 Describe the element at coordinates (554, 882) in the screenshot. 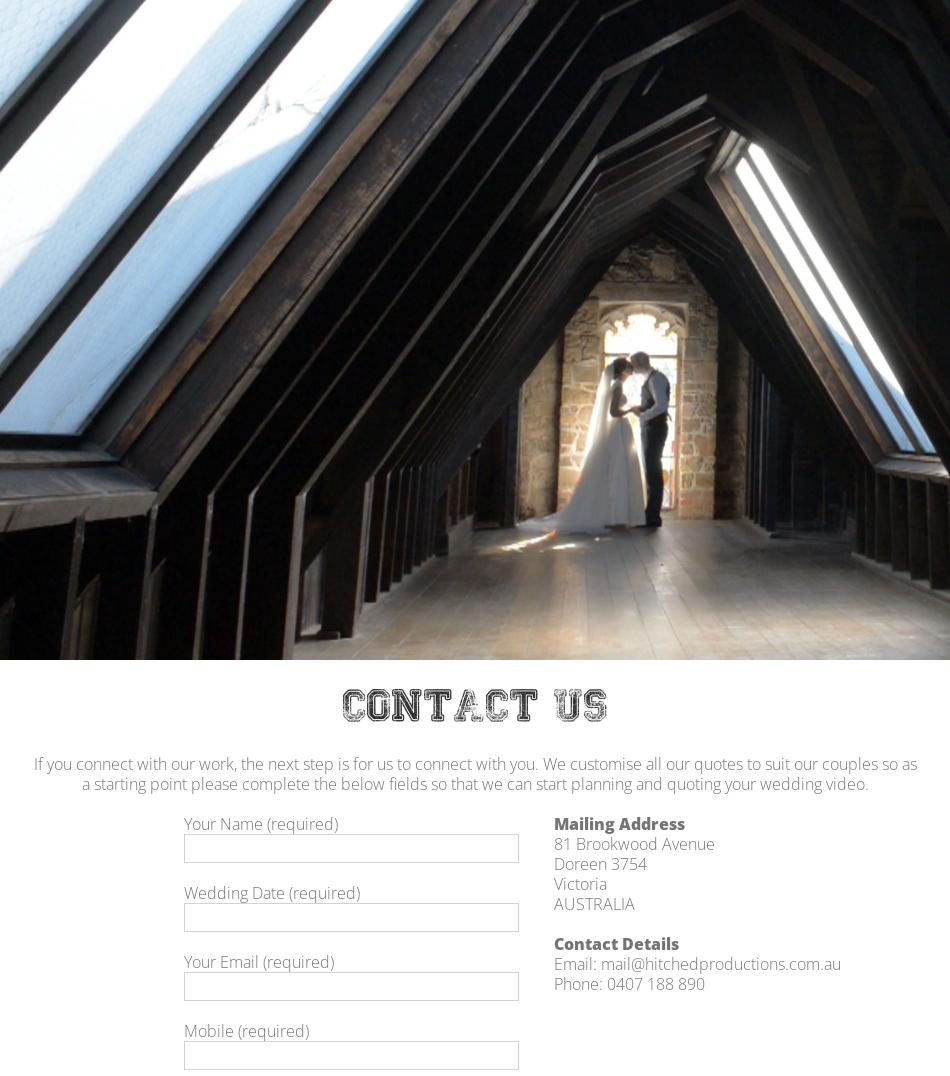

I see `'Victoria'` at that location.